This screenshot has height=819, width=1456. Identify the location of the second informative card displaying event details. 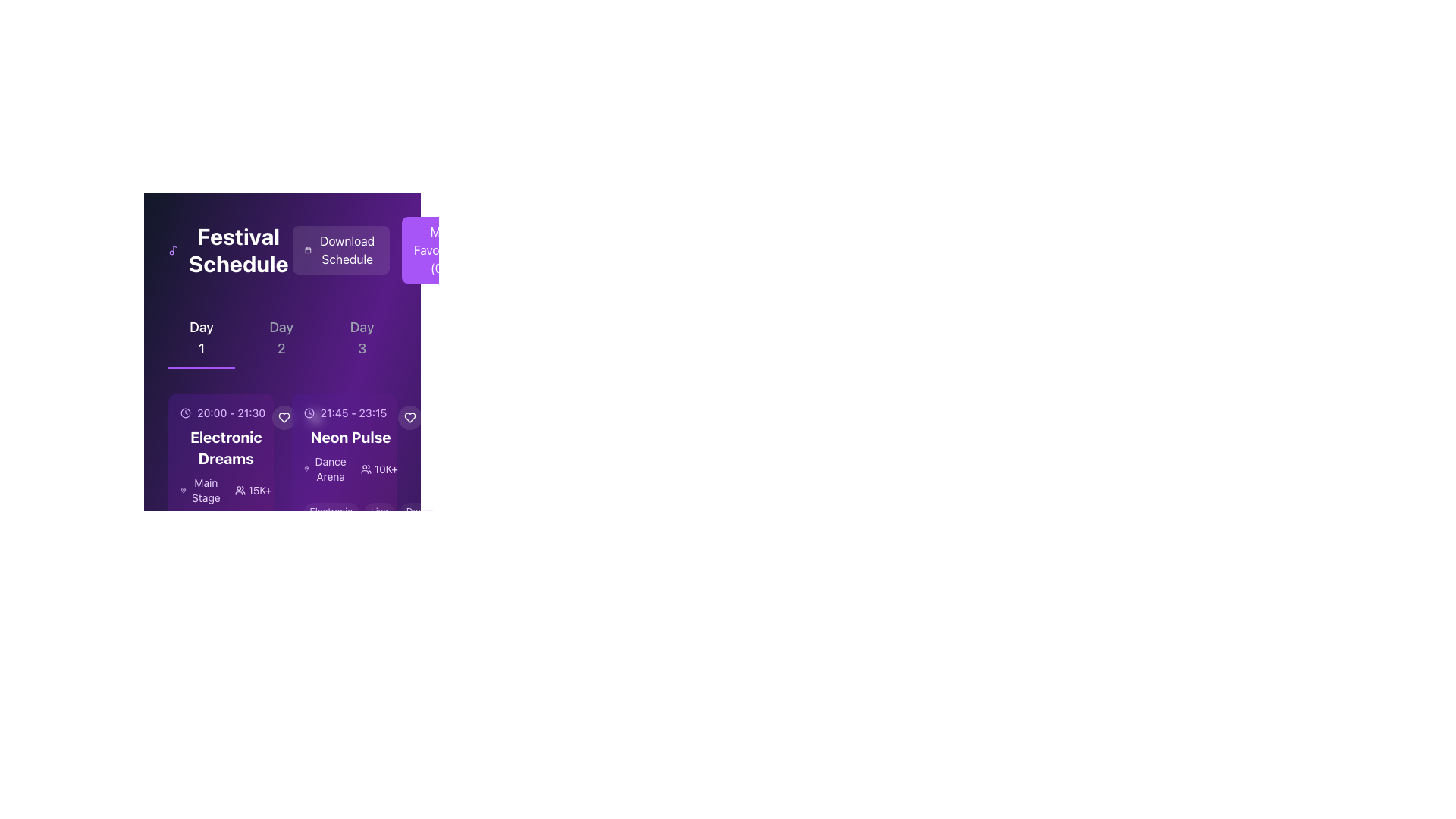
(343, 444).